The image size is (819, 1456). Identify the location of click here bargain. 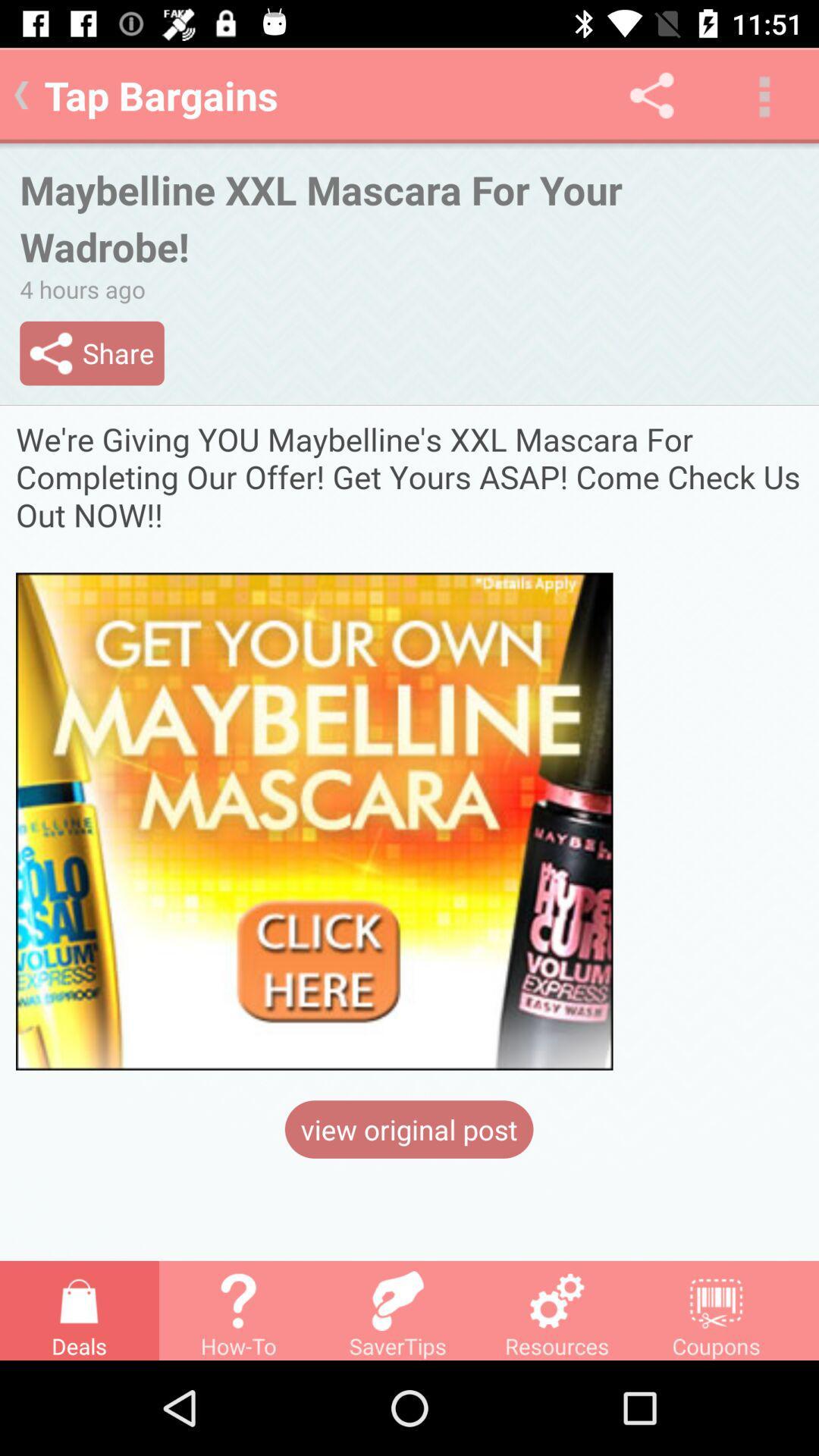
(409, 745).